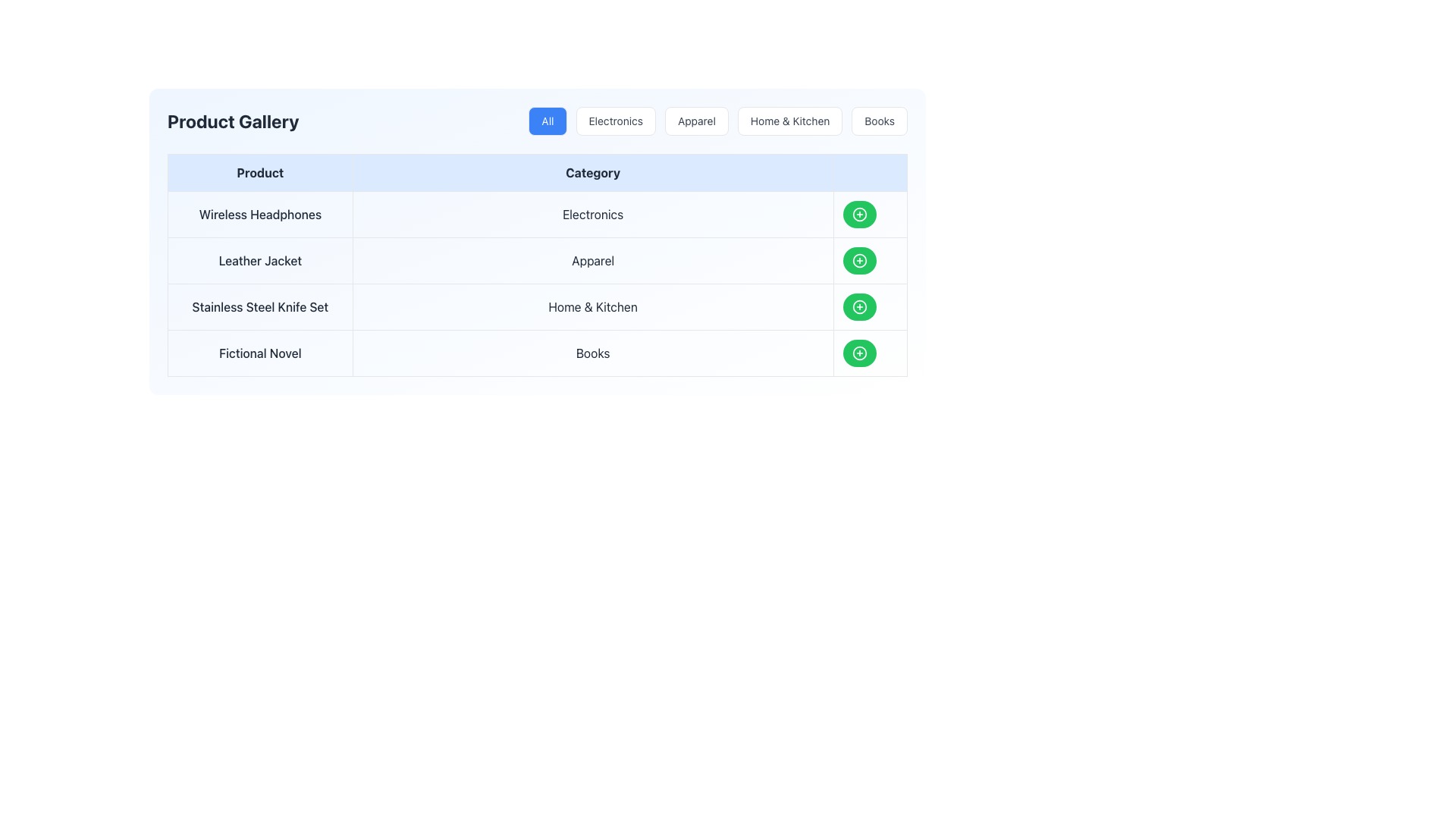  I want to click on the oval-shaped green button with a white '+' icon, so click(870, 307).